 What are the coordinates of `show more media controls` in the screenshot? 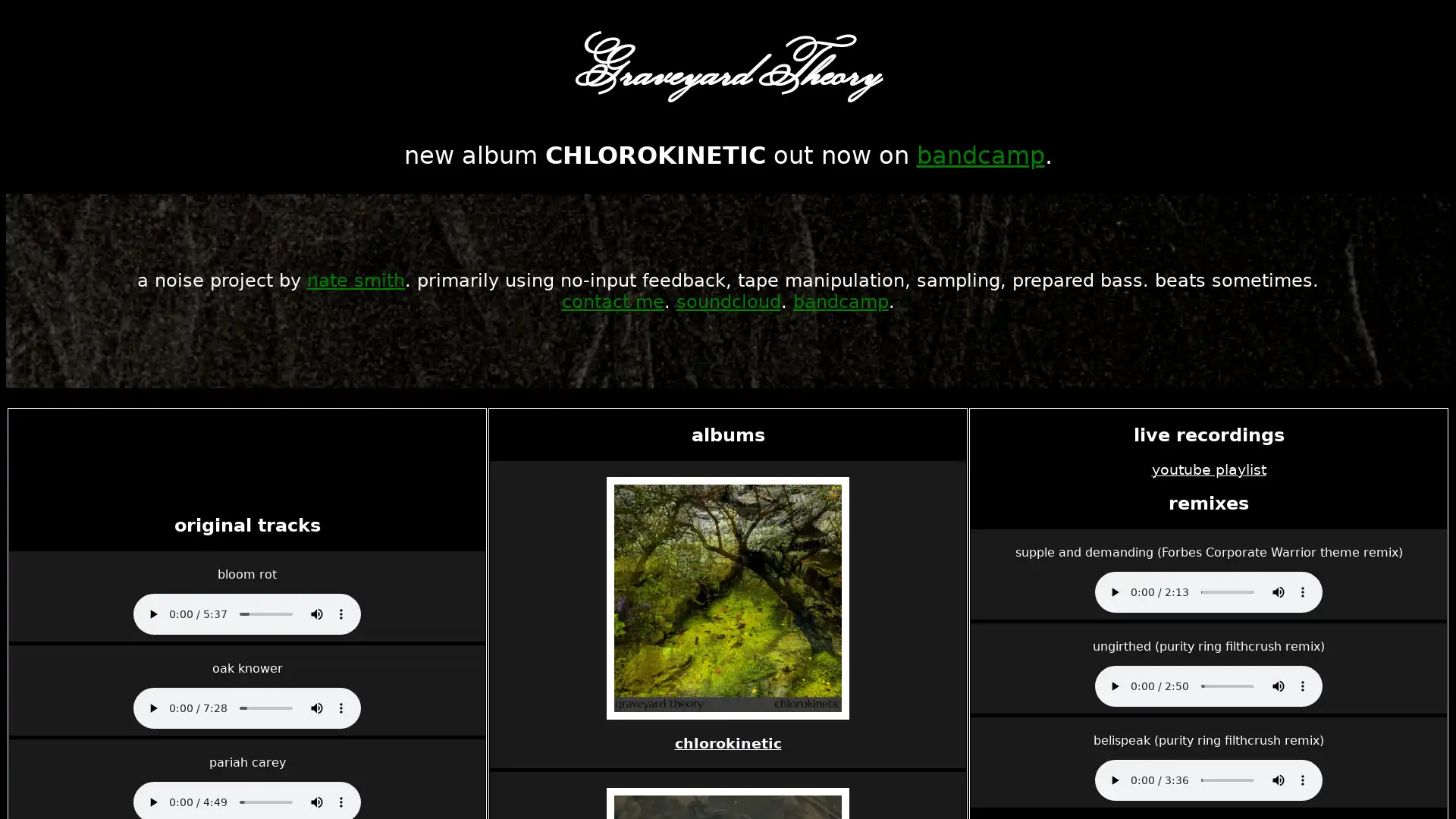 It's located at (340, 613).